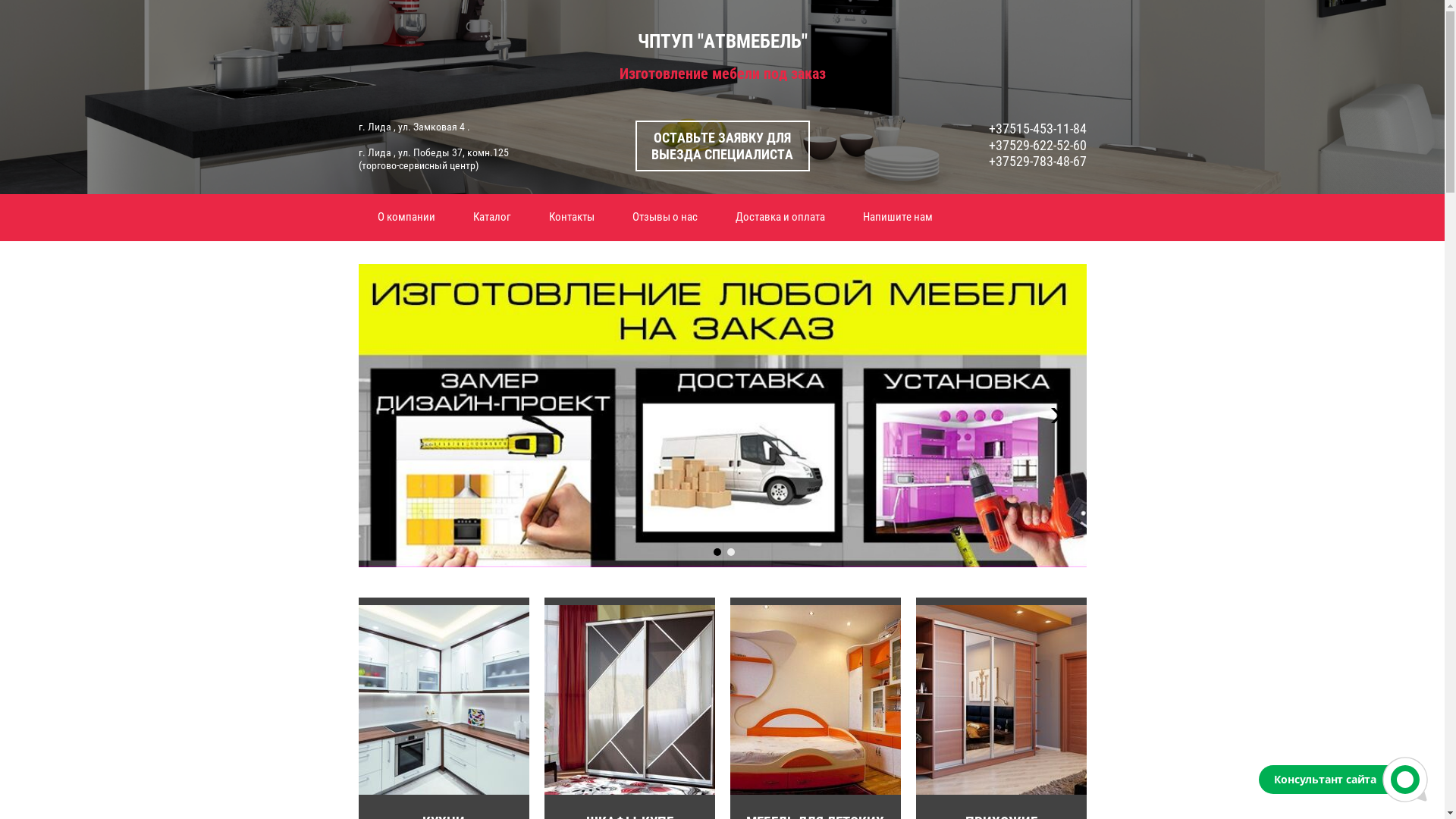 This screenshot has width=1456, height=819. I want to click on '+37529-622-52-60', so click(1037, 145).